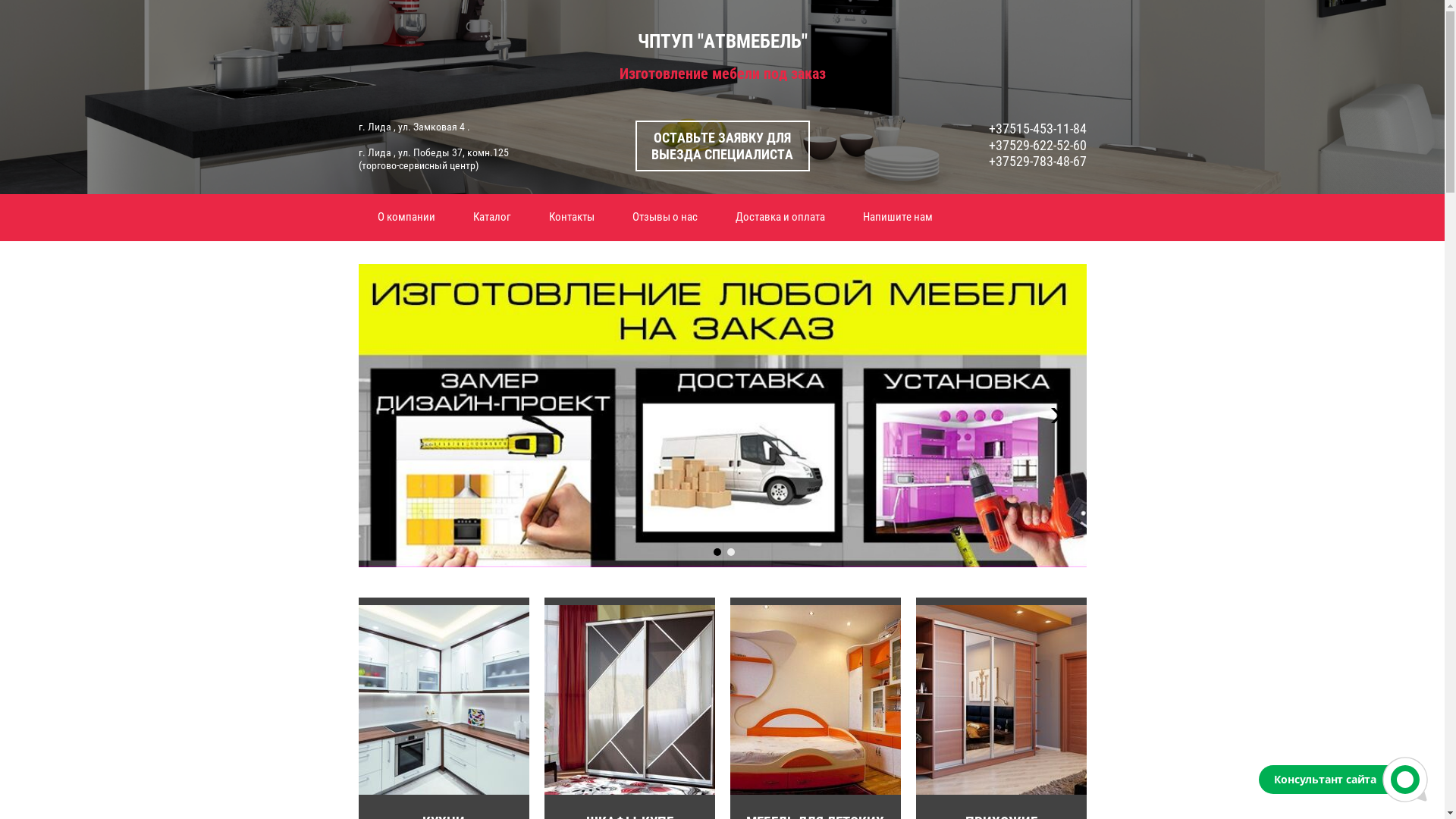 This screenshot has width=1456, height=819. I want to click on '+37529-622-52-60', so click(1037, 145).